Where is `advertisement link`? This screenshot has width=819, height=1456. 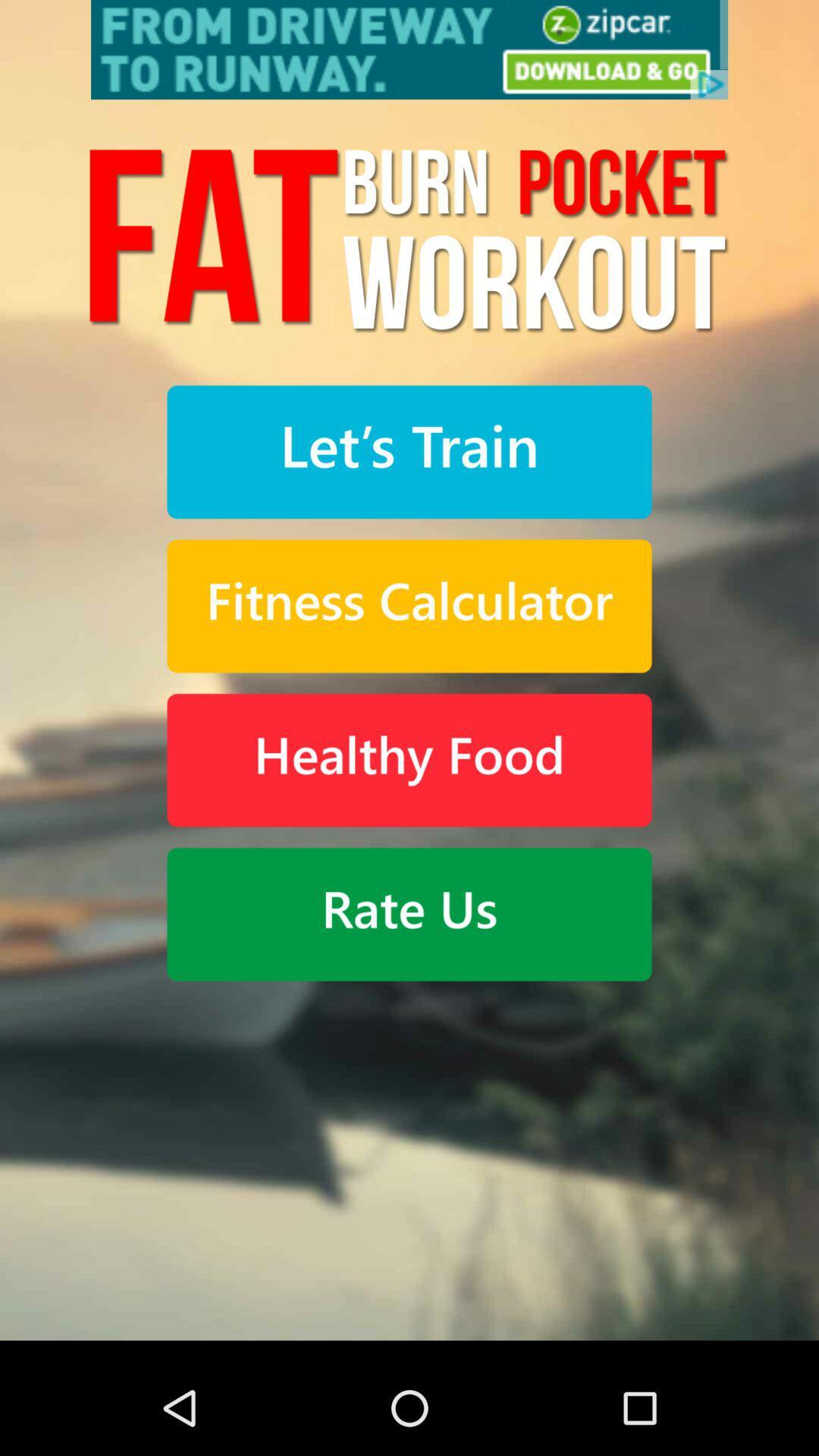 advertisement link is located at coordinates (409, 49).